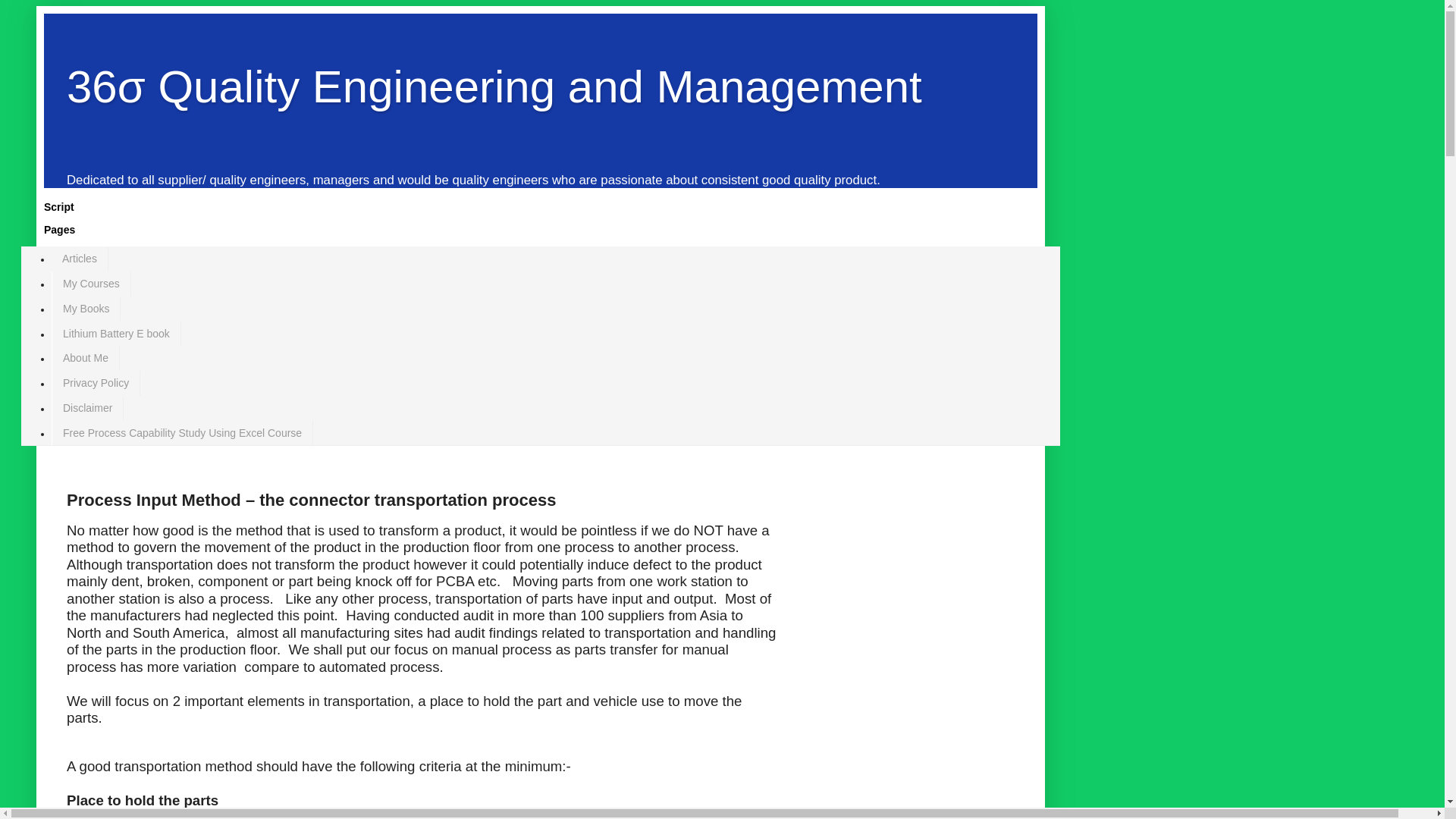 This screenshot has height=819, width=1456. Describe the element at coordinates (85, 308) in the screenshot. I see `'My Books'` at that location.